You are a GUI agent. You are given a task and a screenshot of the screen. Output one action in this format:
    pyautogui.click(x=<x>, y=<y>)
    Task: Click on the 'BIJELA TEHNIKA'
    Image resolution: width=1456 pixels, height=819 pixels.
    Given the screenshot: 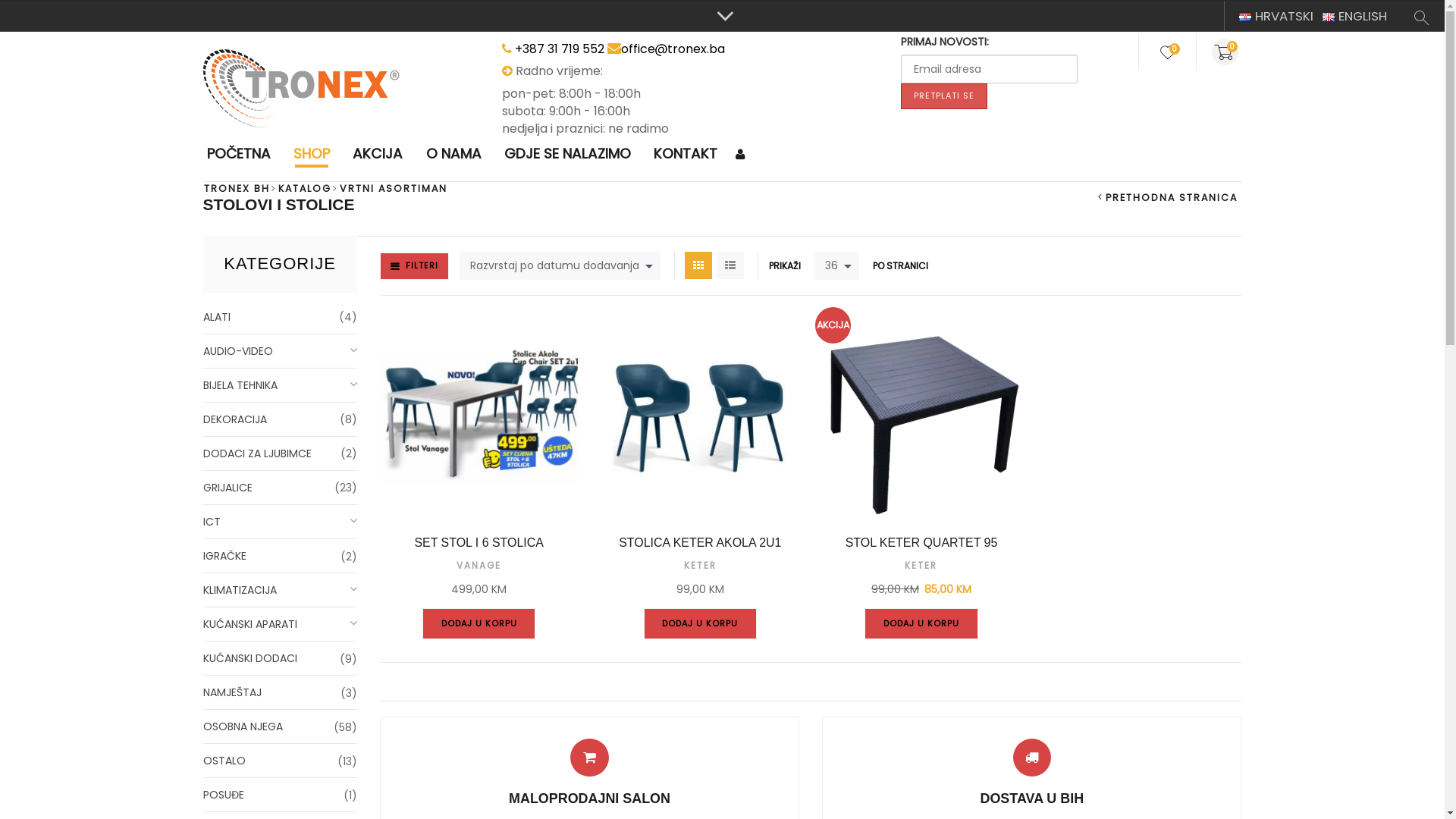 What is the action you would take?
    pyautogui.click(x=202, y=384)
    